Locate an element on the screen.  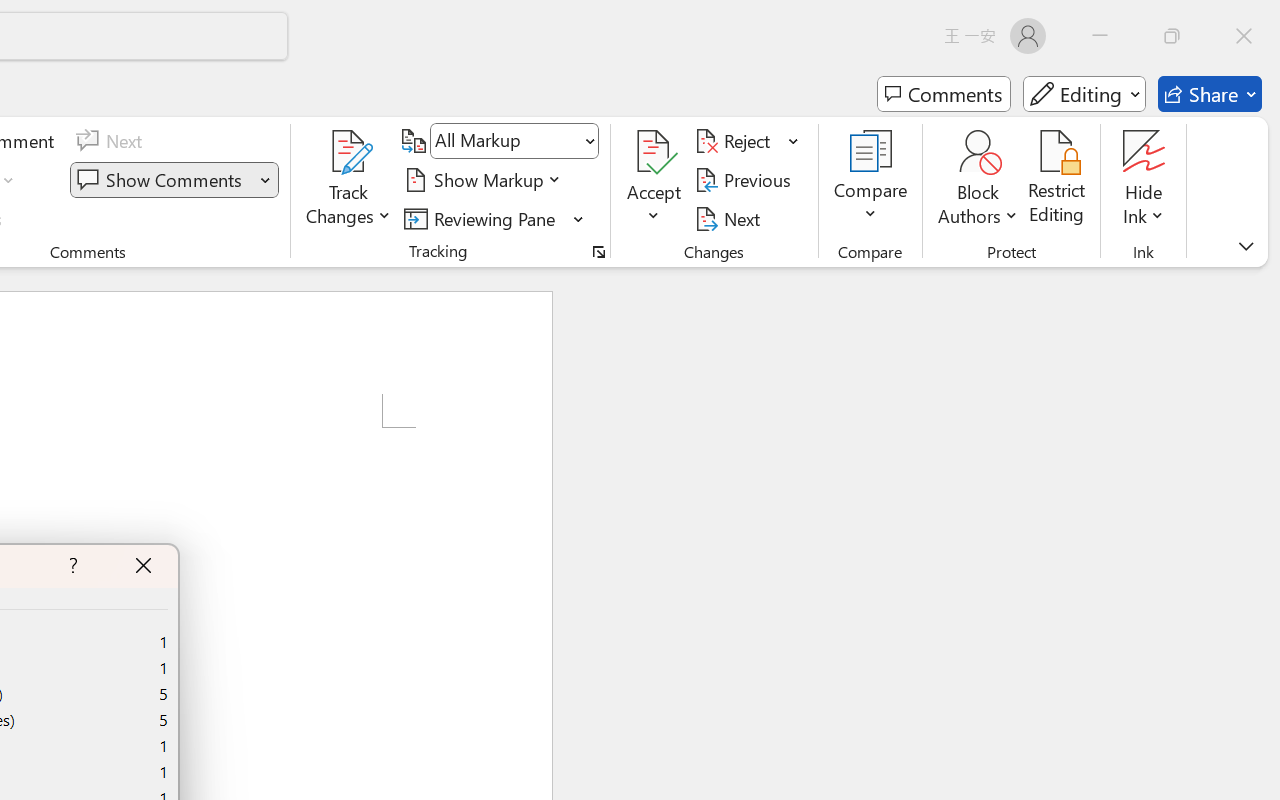
'Display for Review' is located at coordinates (514, 141).